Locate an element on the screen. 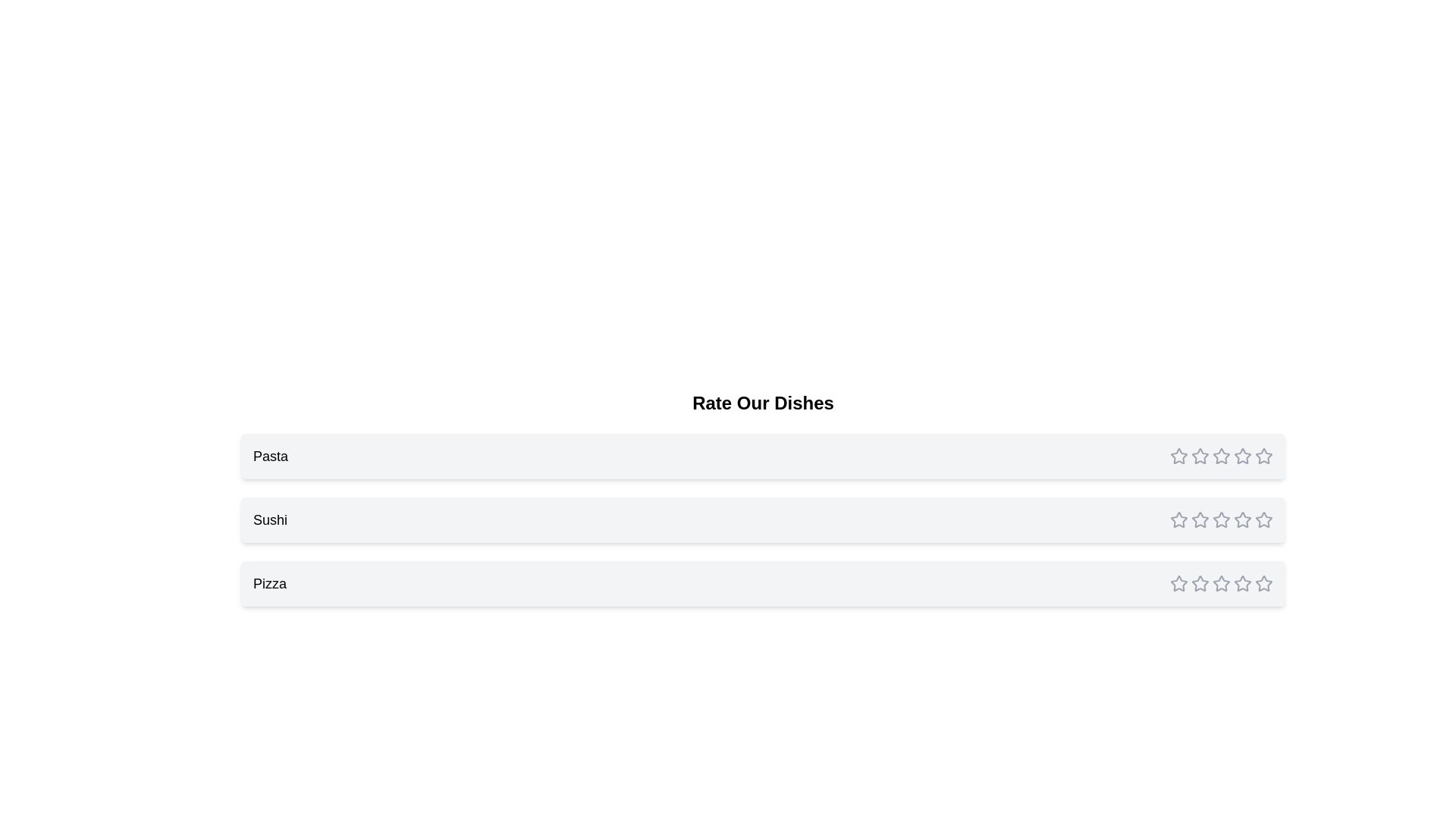 This screenshot has width=1456, height=819. the Rating component element, which consists of five star icons for rating under the title 'Sushi', specifically located in the second row and oriented towards the right side is located at coordinates (1222, 519).